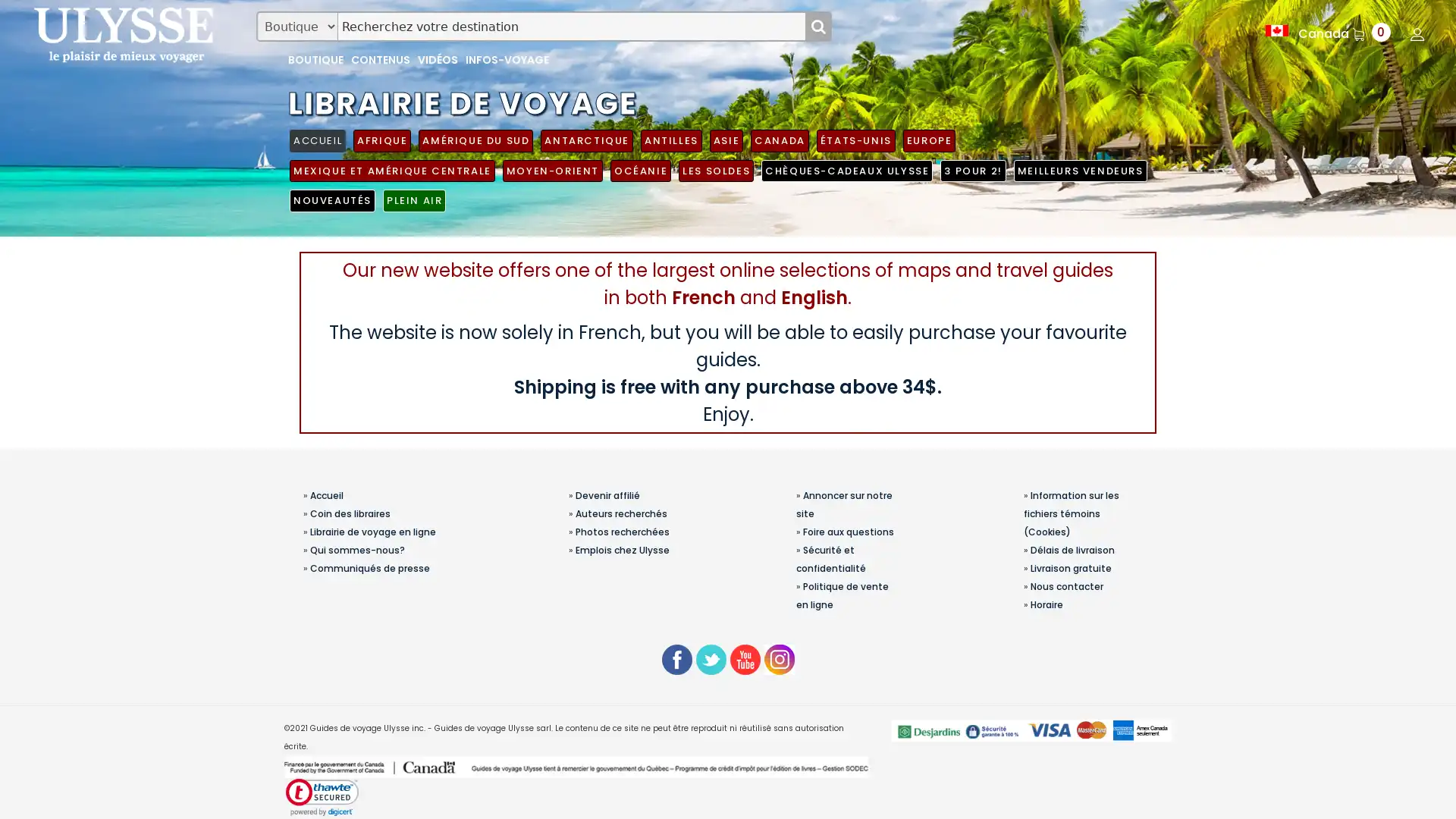 This screenshot has height=819, width=1456. Describe the element at coordinates (475, 140) in the screenshot. I see `AMERIQUE DU SUD` at that location.